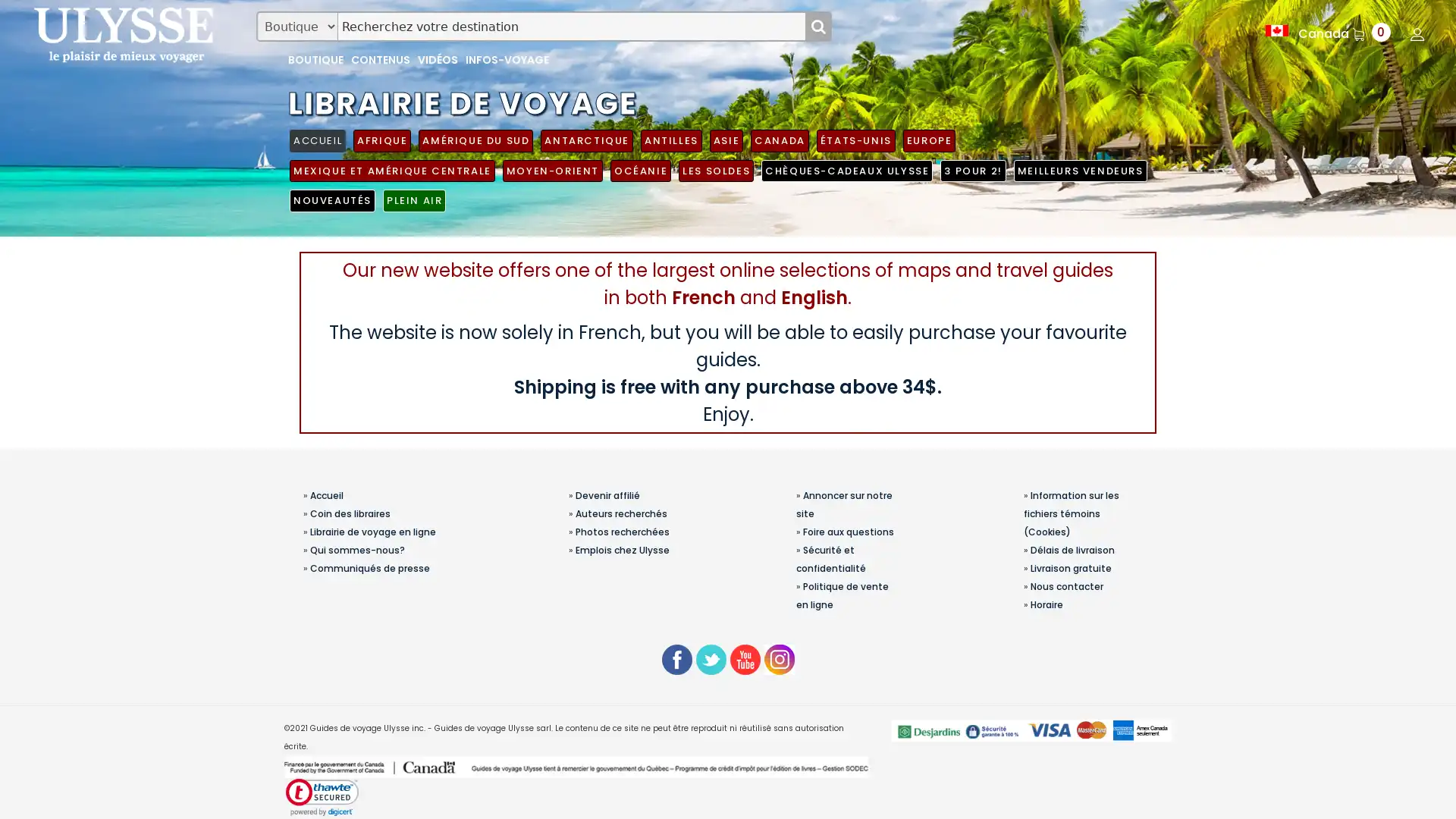 This screenshot has height=819, width=1456. Describe the element at coordinates (475, 140) in the screenshot. I see `AMERIQUE DU SUD` at that location.